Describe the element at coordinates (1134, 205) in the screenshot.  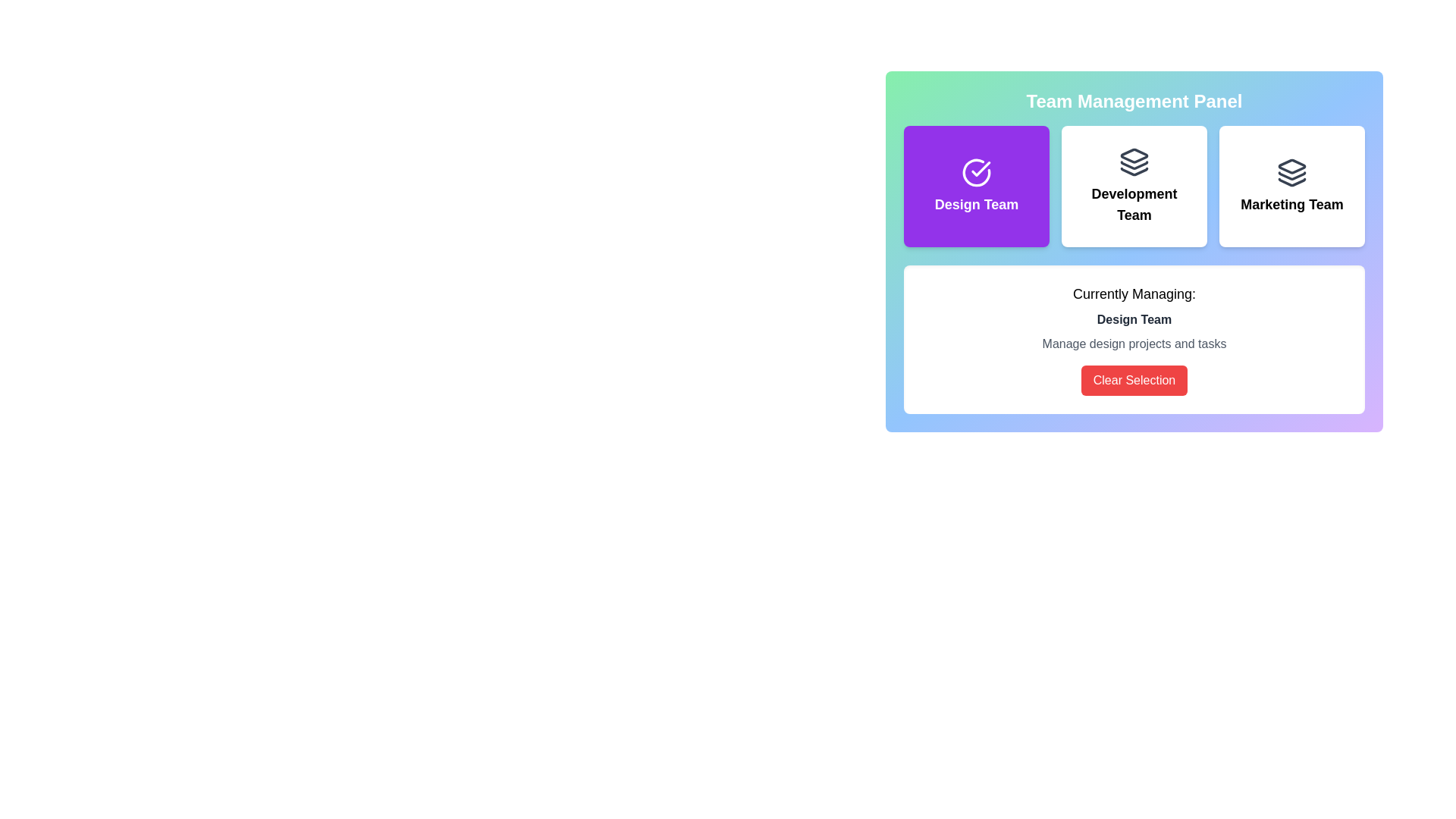
I see `text element that serves as a heading for the Development Team card, which is located at the center of the Team Management Panel section` at that location.